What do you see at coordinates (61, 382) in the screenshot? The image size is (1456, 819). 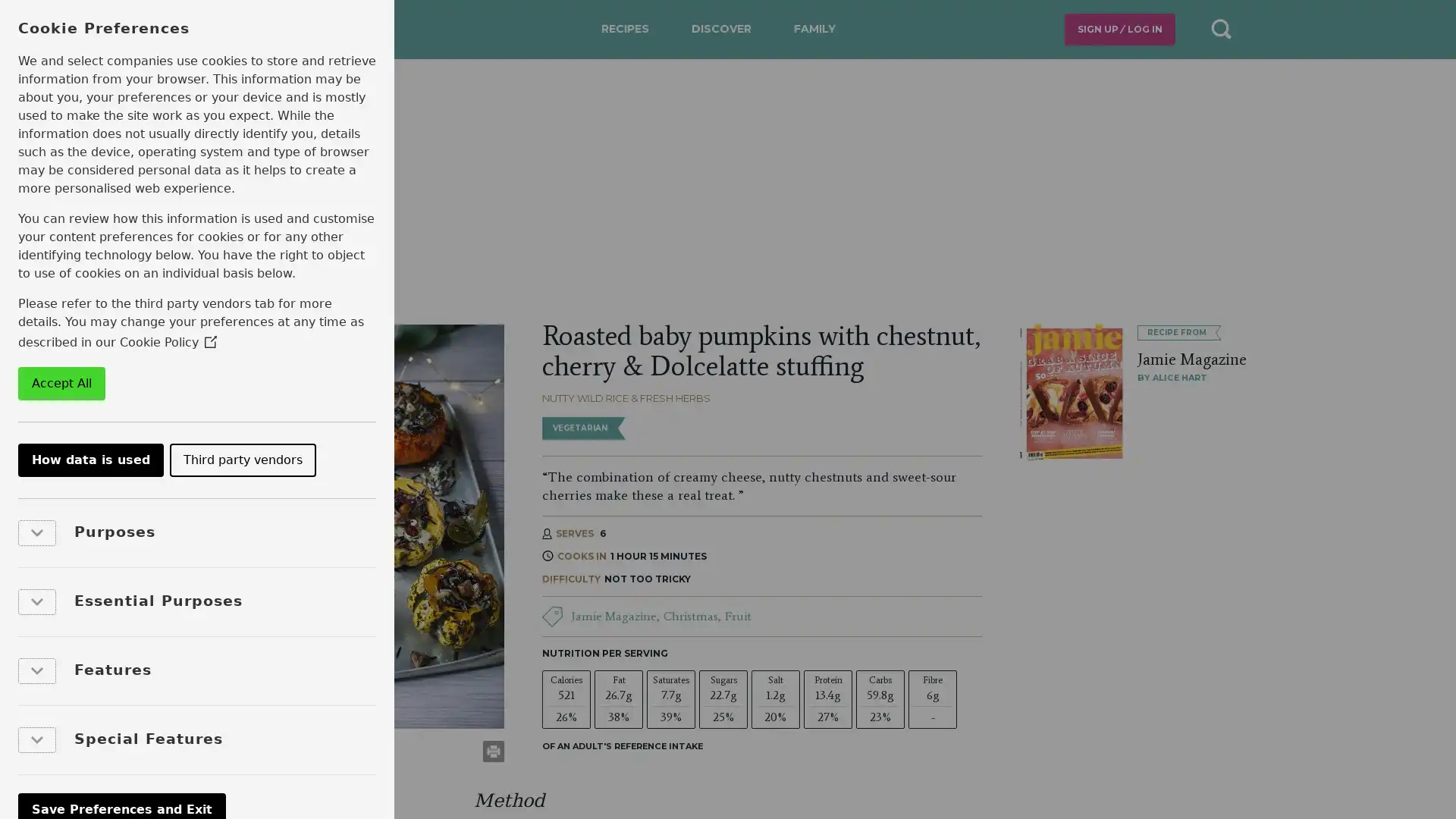 I see `Accept All` at bounding box center [61, 382].